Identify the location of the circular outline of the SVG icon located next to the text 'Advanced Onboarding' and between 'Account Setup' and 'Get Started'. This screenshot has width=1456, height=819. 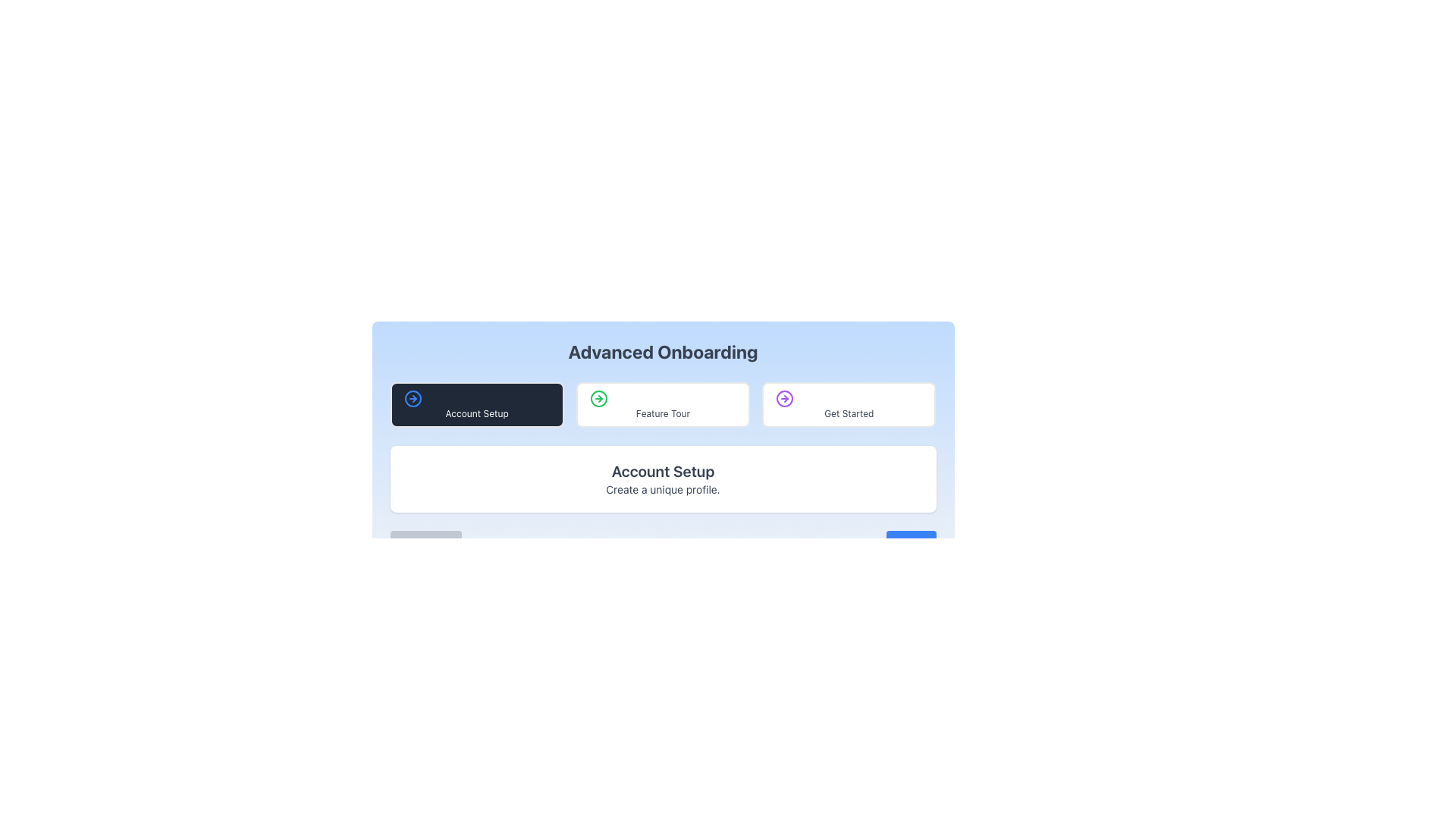
(598, 397).